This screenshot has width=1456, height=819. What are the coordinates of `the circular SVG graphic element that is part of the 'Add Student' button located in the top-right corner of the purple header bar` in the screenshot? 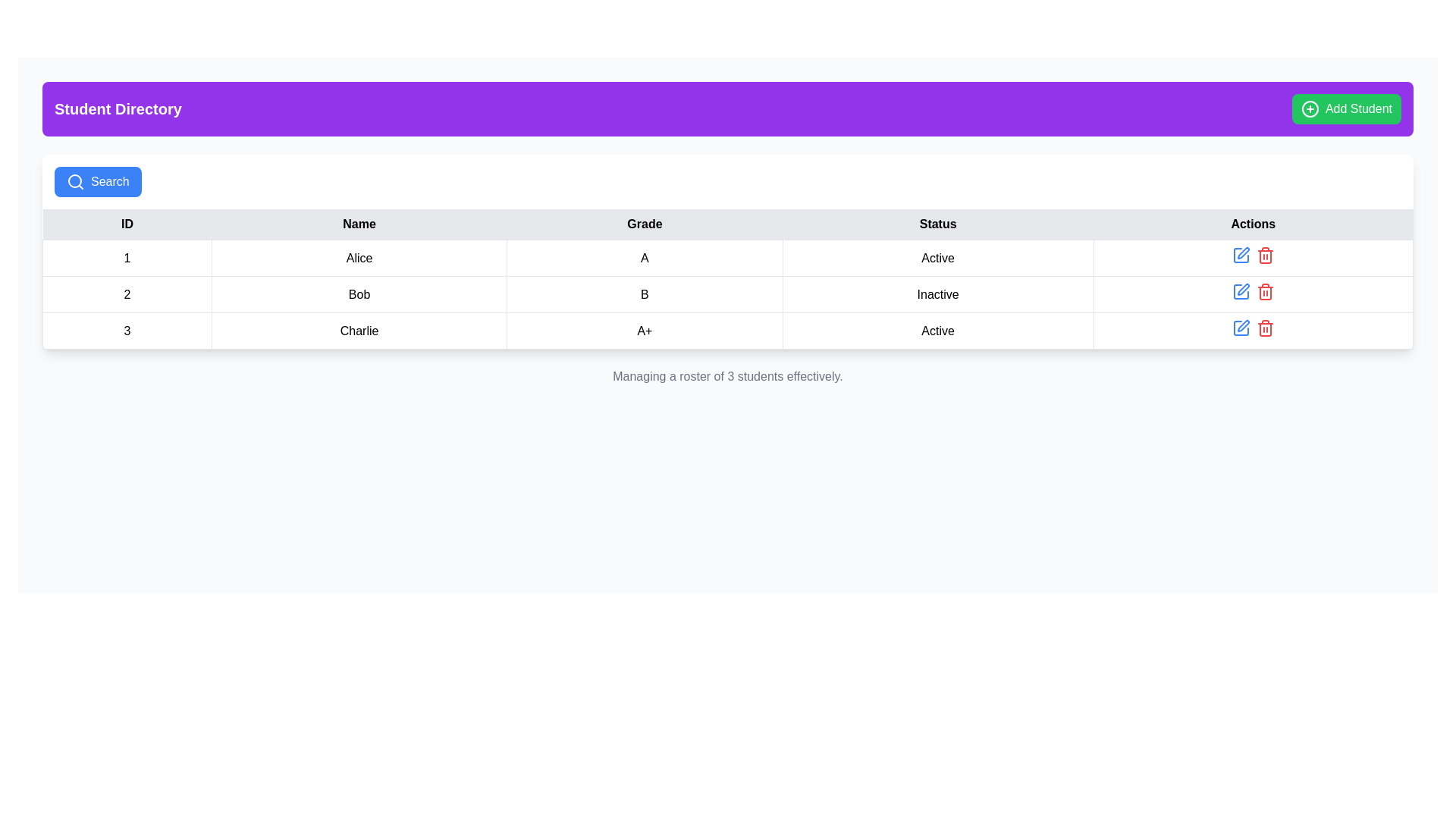 It's located at (1310, 108).